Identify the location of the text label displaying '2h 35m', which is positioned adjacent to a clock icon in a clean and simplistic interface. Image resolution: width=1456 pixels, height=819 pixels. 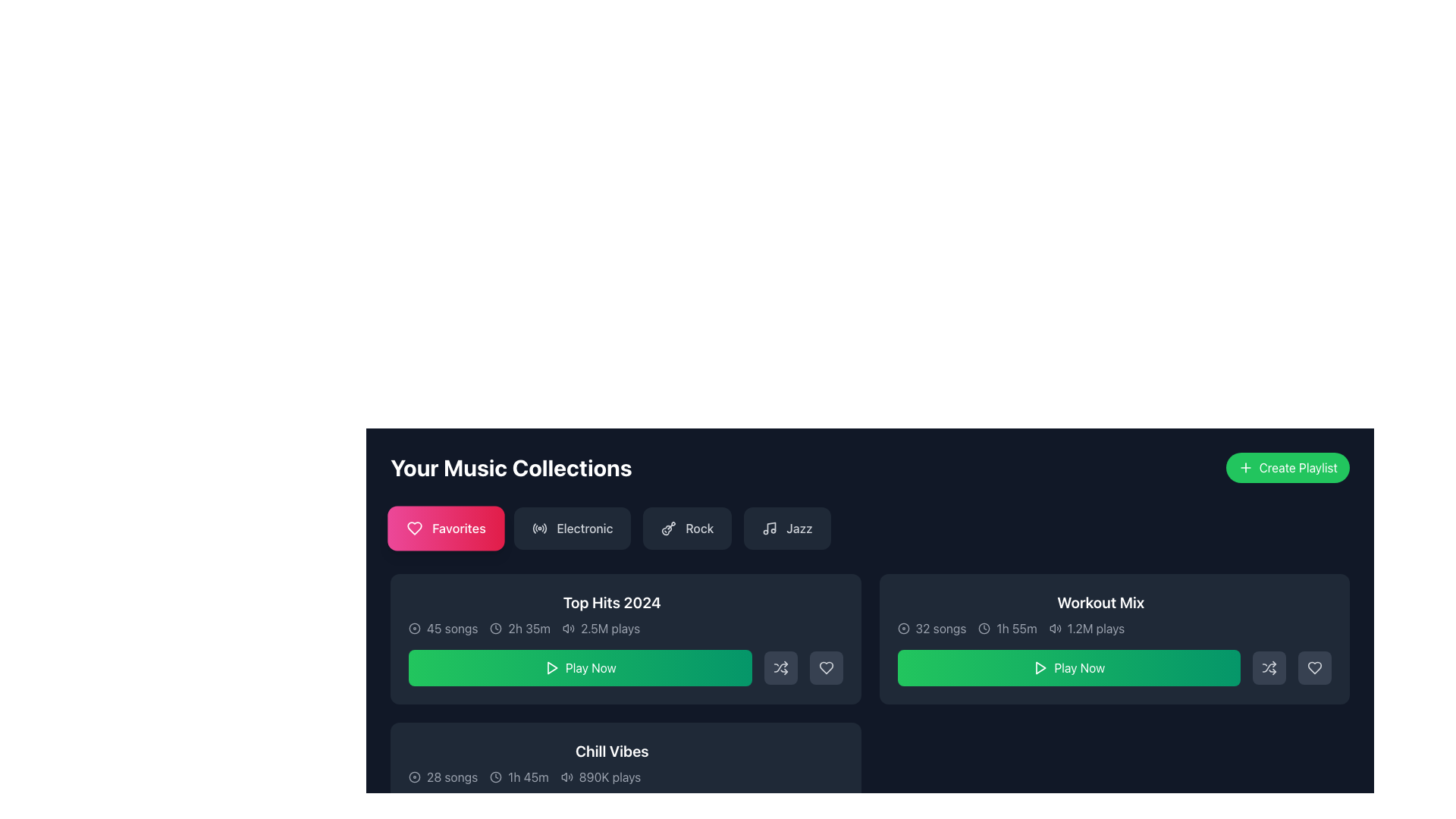
(529, 629).